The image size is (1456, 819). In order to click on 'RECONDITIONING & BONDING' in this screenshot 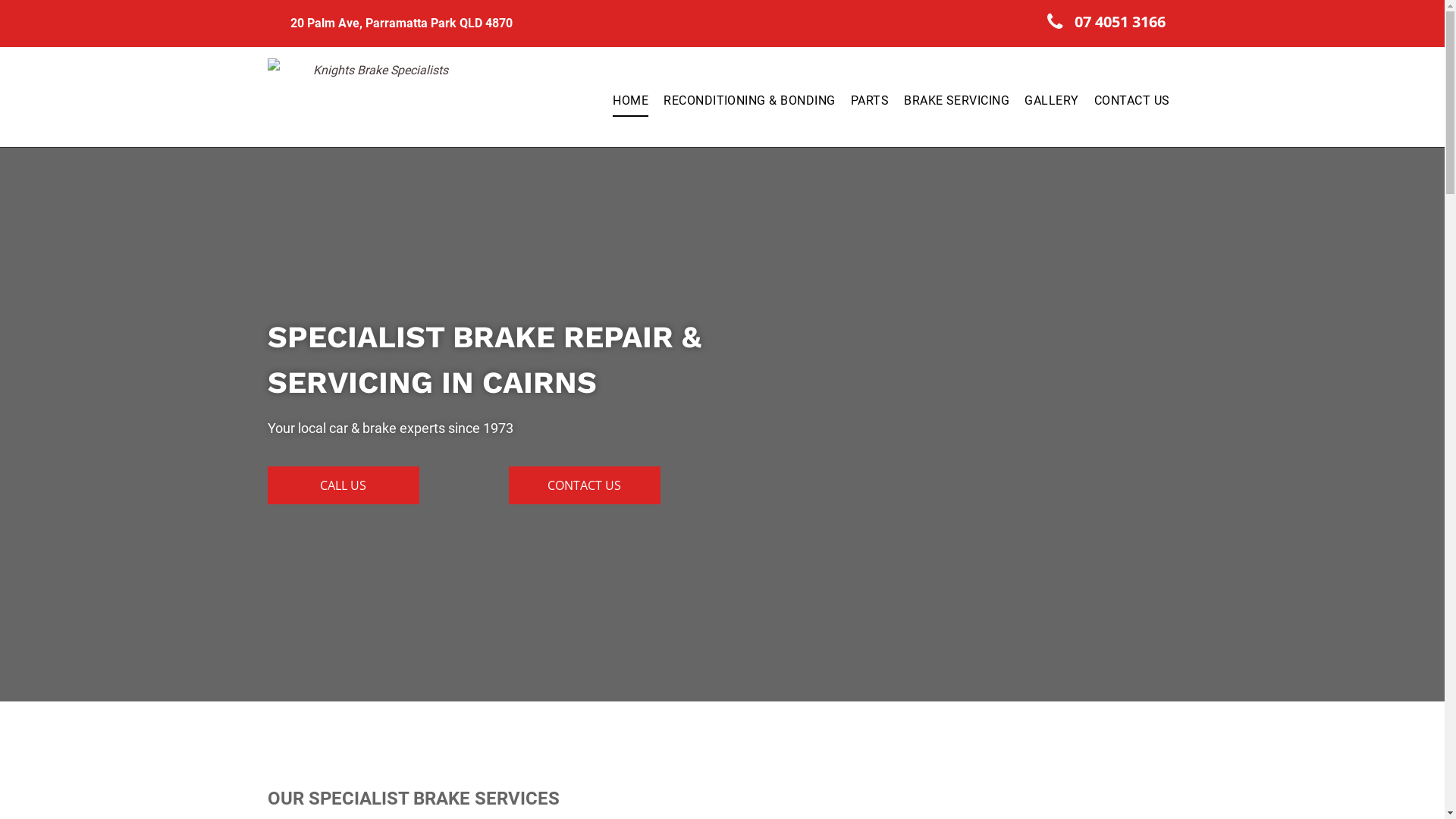, I will do `click(655, 100)`.